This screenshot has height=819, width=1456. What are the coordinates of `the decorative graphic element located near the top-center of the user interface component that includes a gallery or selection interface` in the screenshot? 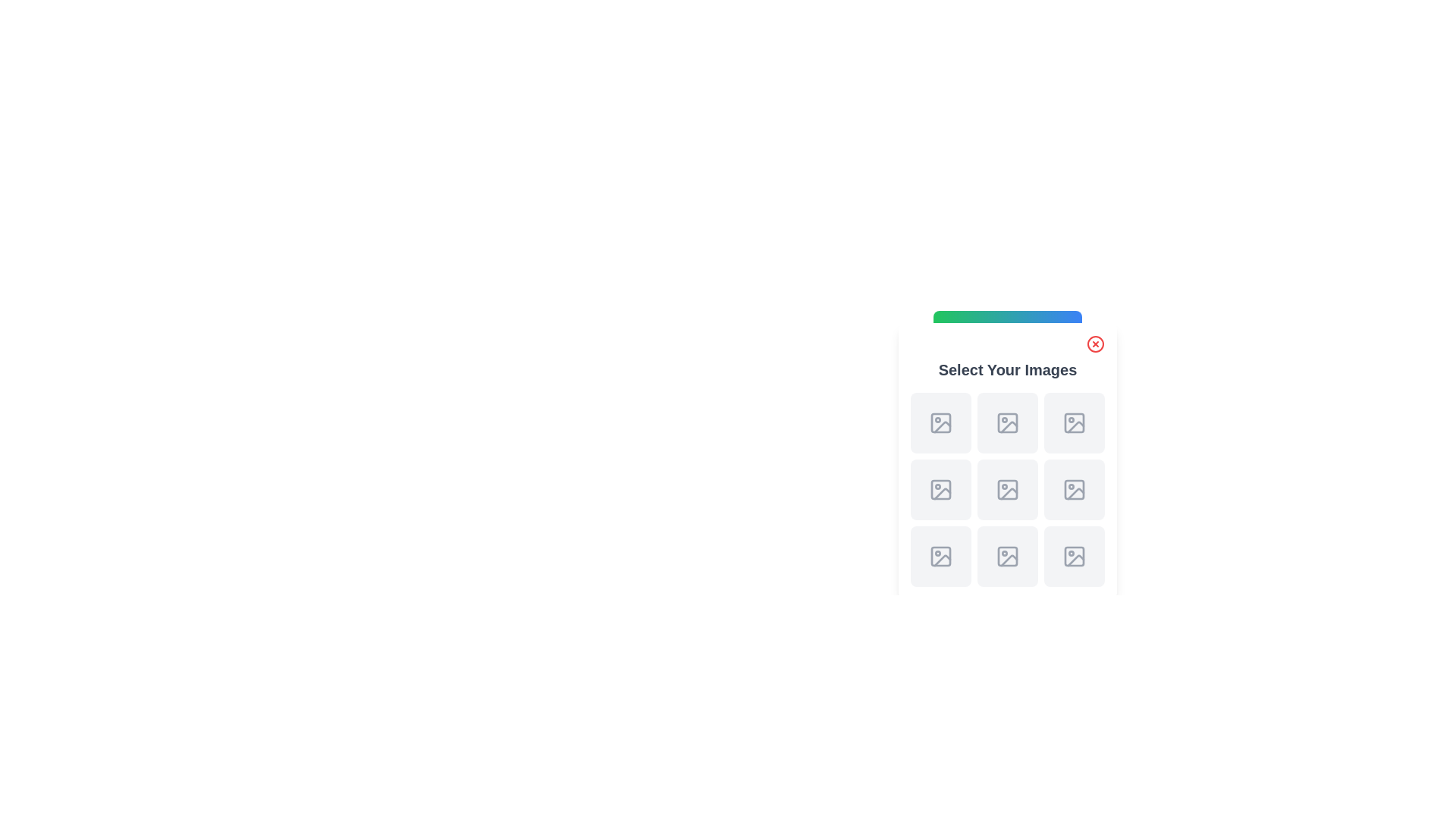 It's located at (960, 329).